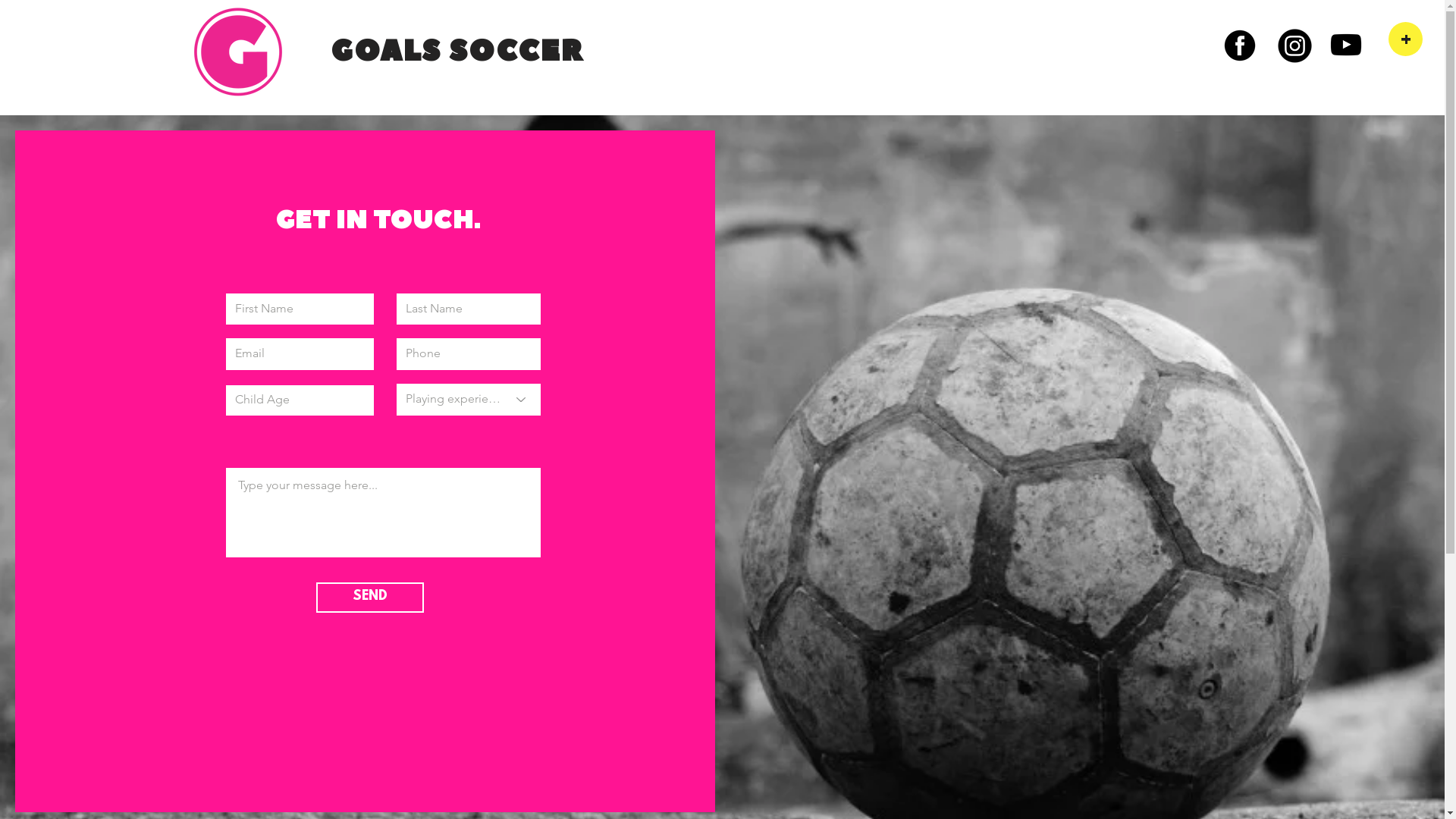 This screenshot has height=819, width=1456. Describe the element at coordinates (1240, 45) in the screenshot. I see `'Facebook'` at that location.